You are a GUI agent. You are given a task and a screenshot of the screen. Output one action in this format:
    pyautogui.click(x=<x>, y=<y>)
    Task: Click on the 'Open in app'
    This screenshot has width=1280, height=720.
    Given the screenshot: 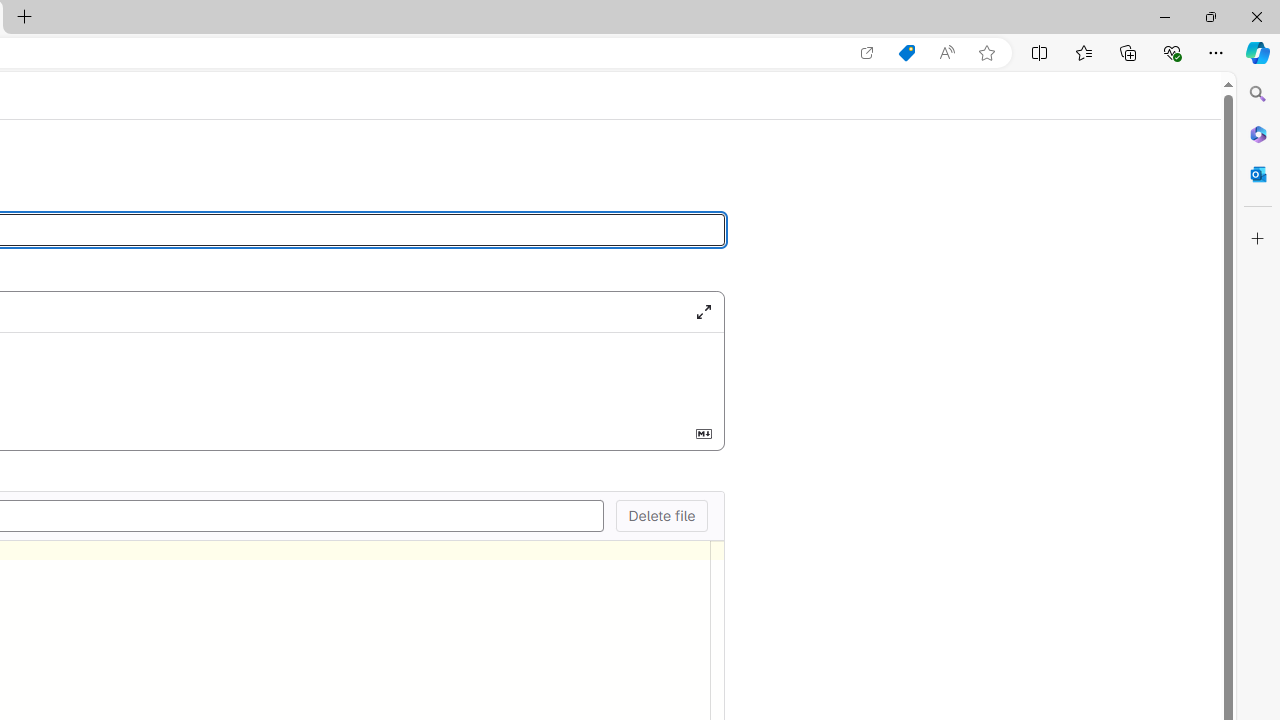 What is the action you would take?
    pyautogui.click(x=867, y=52)
    